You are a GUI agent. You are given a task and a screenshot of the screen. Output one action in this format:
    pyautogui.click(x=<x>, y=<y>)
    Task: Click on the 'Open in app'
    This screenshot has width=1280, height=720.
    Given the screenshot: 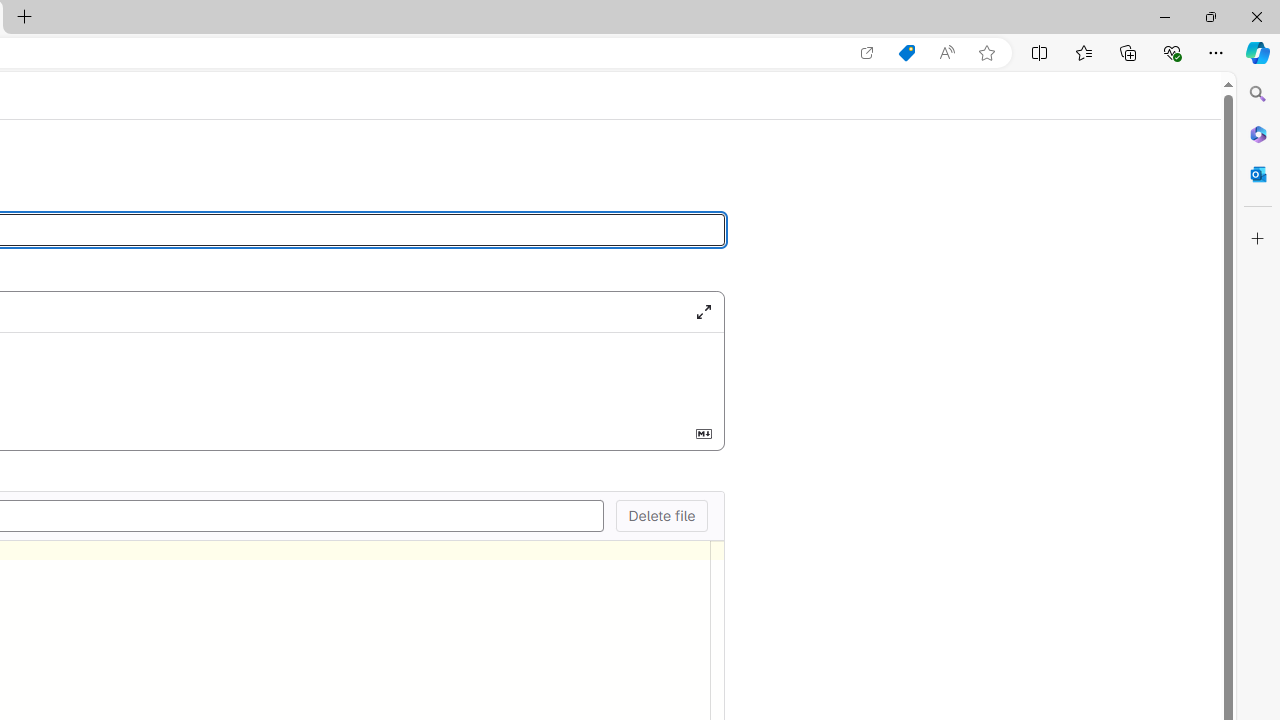 What is the action you would take?
    pyautogui.click(x=867, y=52)
    